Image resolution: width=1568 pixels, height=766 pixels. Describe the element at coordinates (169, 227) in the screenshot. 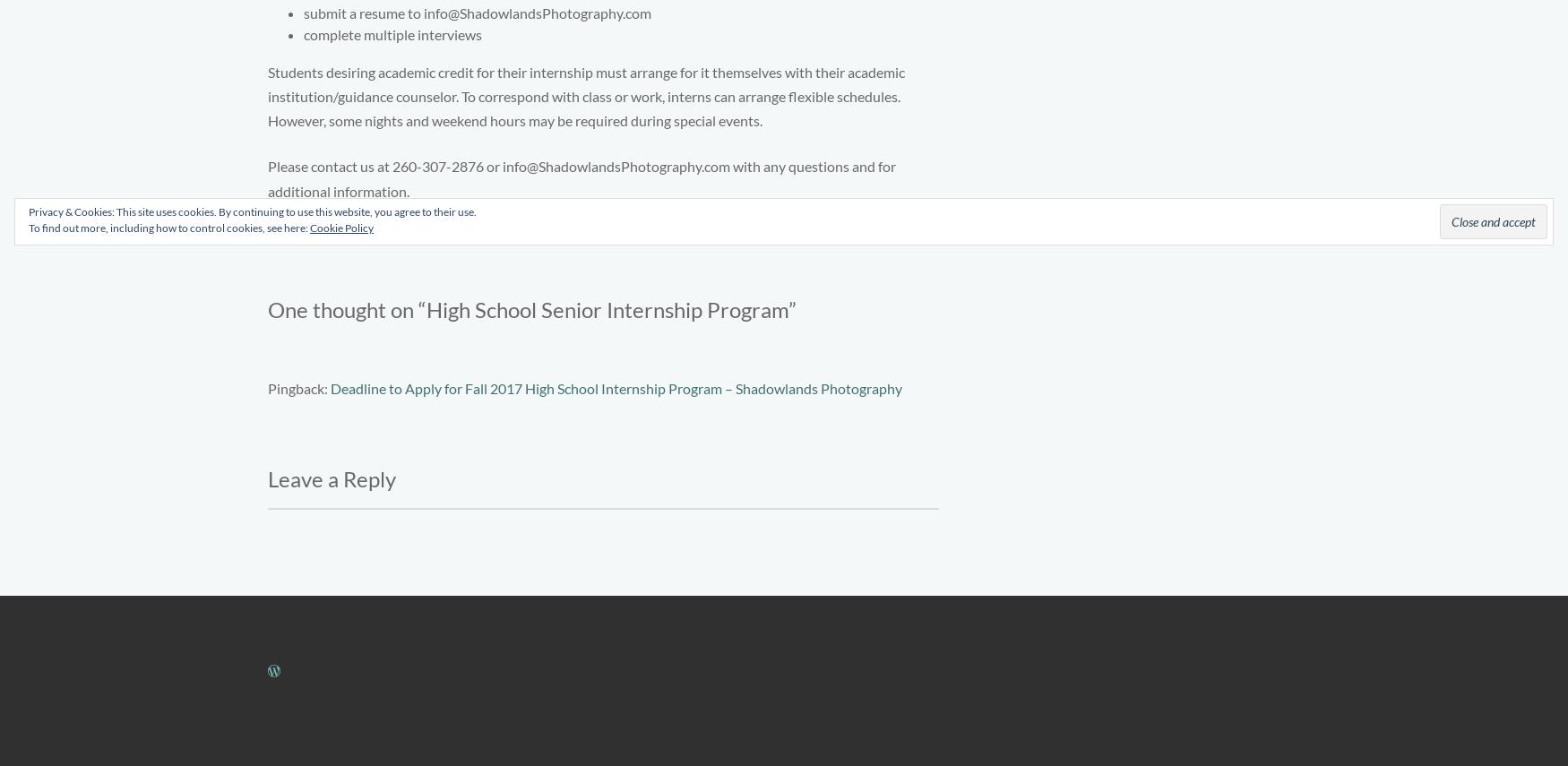

I see `'To find out more, including how to control cookies, see here:'` at that location.